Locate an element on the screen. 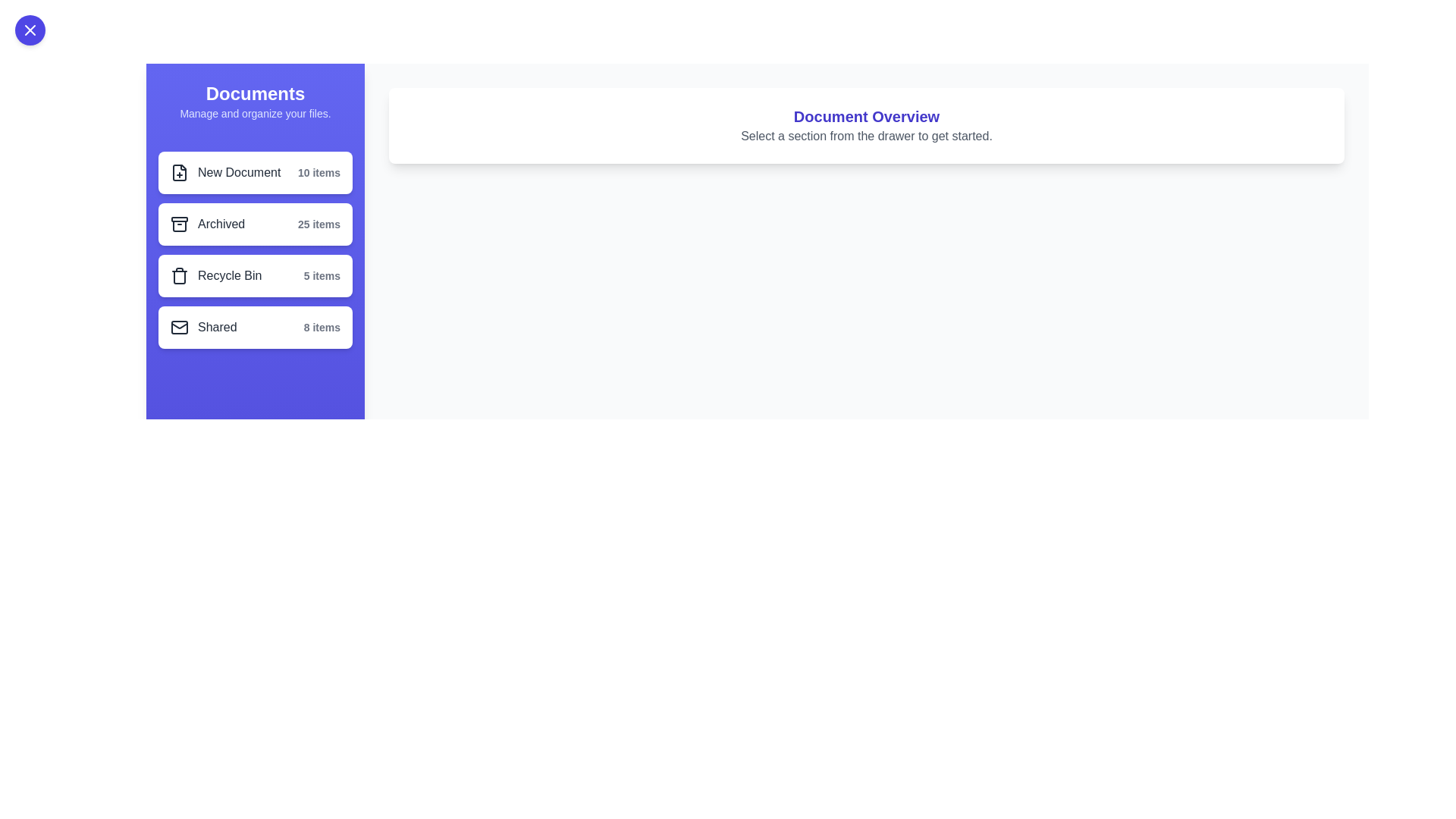 Image resolution: width=1456 pixels, height=819 pixels. the section labeled Archived in the drawer is located at coordinates (255, 224).